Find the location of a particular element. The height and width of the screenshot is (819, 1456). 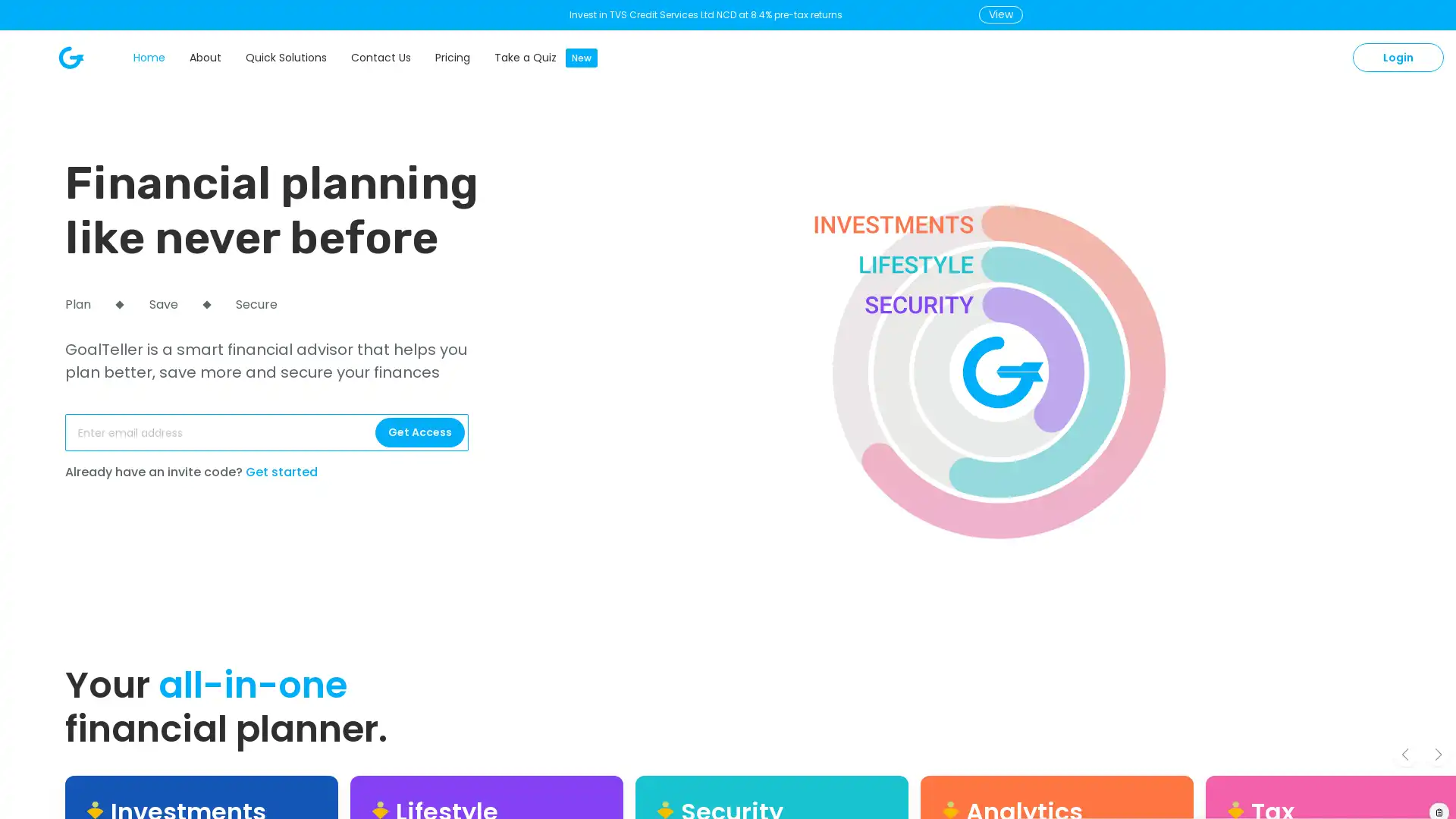

Next slide is located at coordinates (1437, 754).